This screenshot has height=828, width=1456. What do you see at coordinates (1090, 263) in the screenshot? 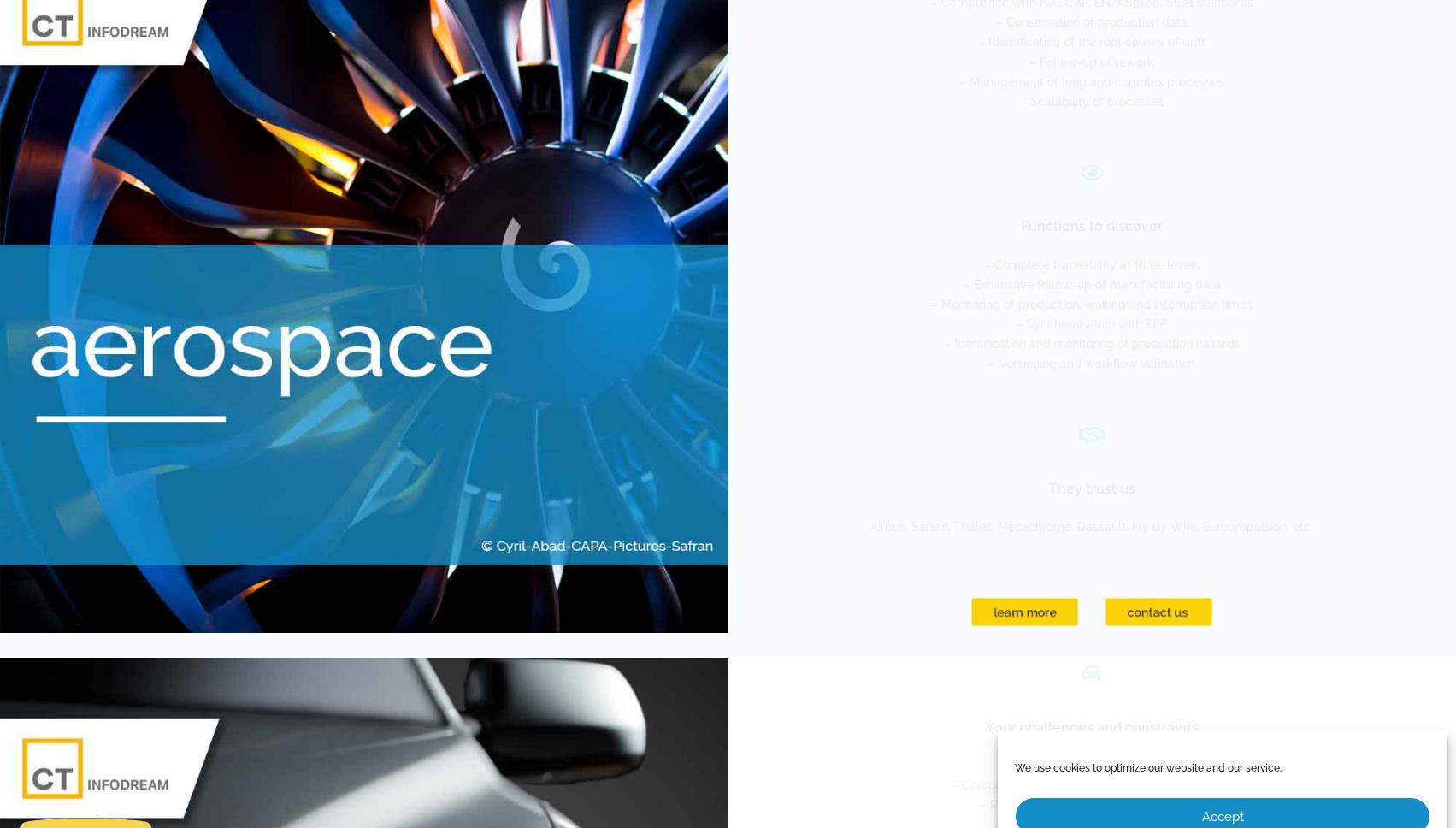
I see `'– Complete traceability at three levels'` at bounding box center [1090, 263].